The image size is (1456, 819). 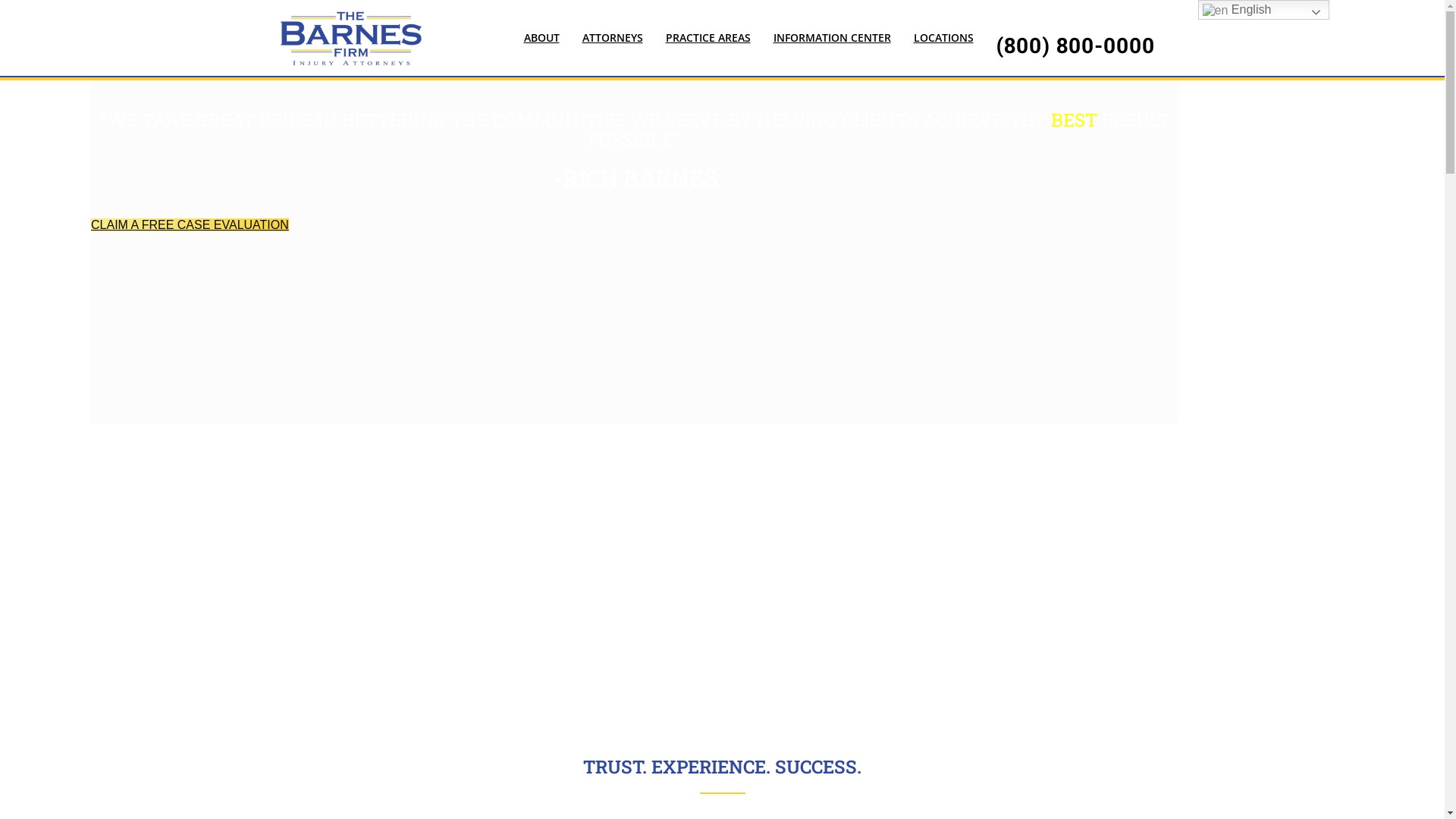 I want to click on 'ATTORNEYS', so click(x=611, y=36).